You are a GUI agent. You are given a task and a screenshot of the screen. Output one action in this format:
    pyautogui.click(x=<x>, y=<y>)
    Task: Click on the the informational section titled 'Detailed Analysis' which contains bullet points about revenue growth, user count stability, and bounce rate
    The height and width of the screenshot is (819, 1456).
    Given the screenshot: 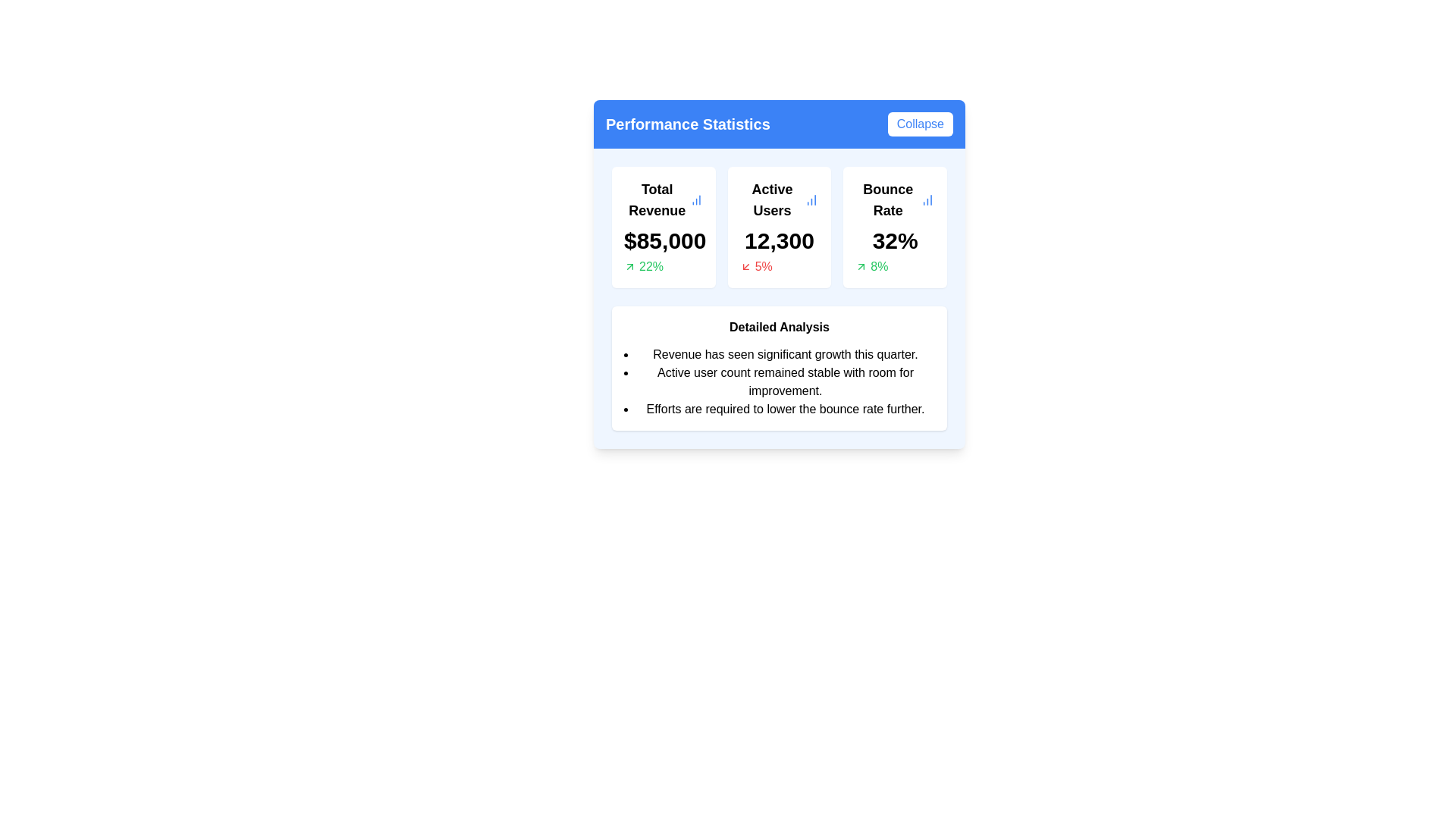 What is the action you would take?
    pyautogui.click(x=779, y=369)
    